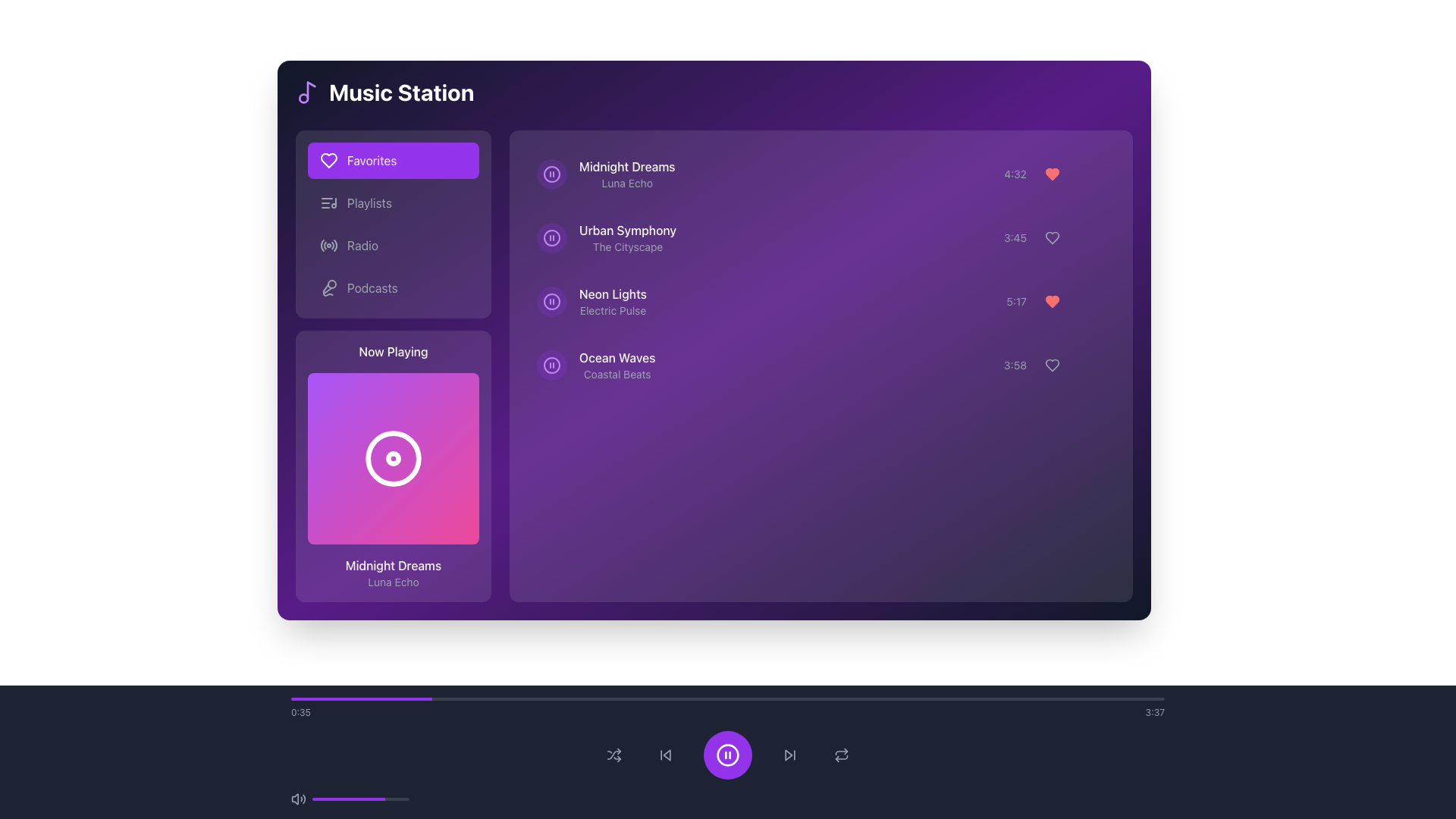  Describe the element at coordinates (605, 174) in the screenshot. I see `the List item displaying 'Midnight Dreams' with the play/pause icon` at that location.